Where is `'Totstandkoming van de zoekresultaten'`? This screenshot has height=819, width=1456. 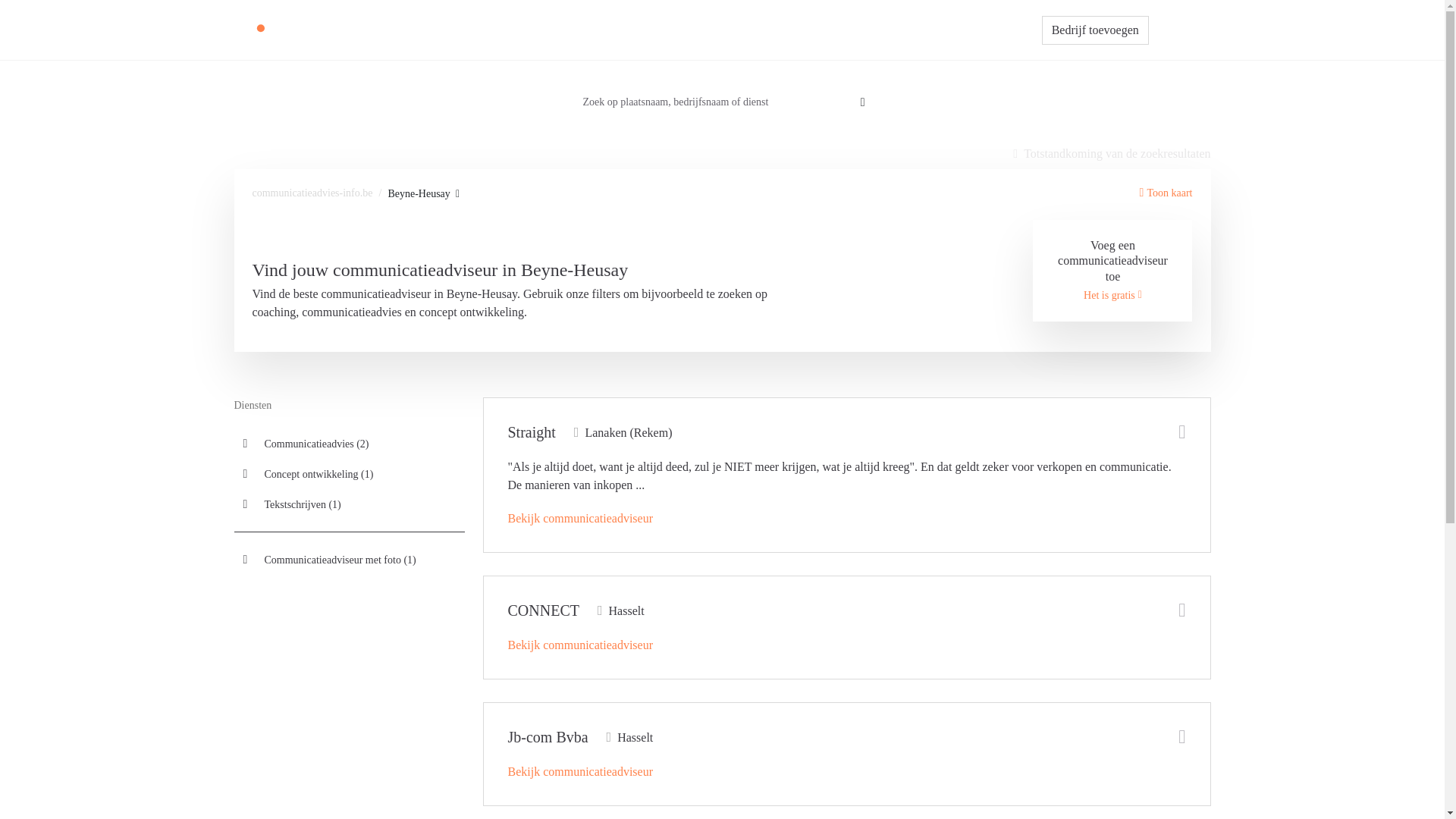 'Totstandkoming van de zoekresultaten' is located at coordinates (1111, 154).